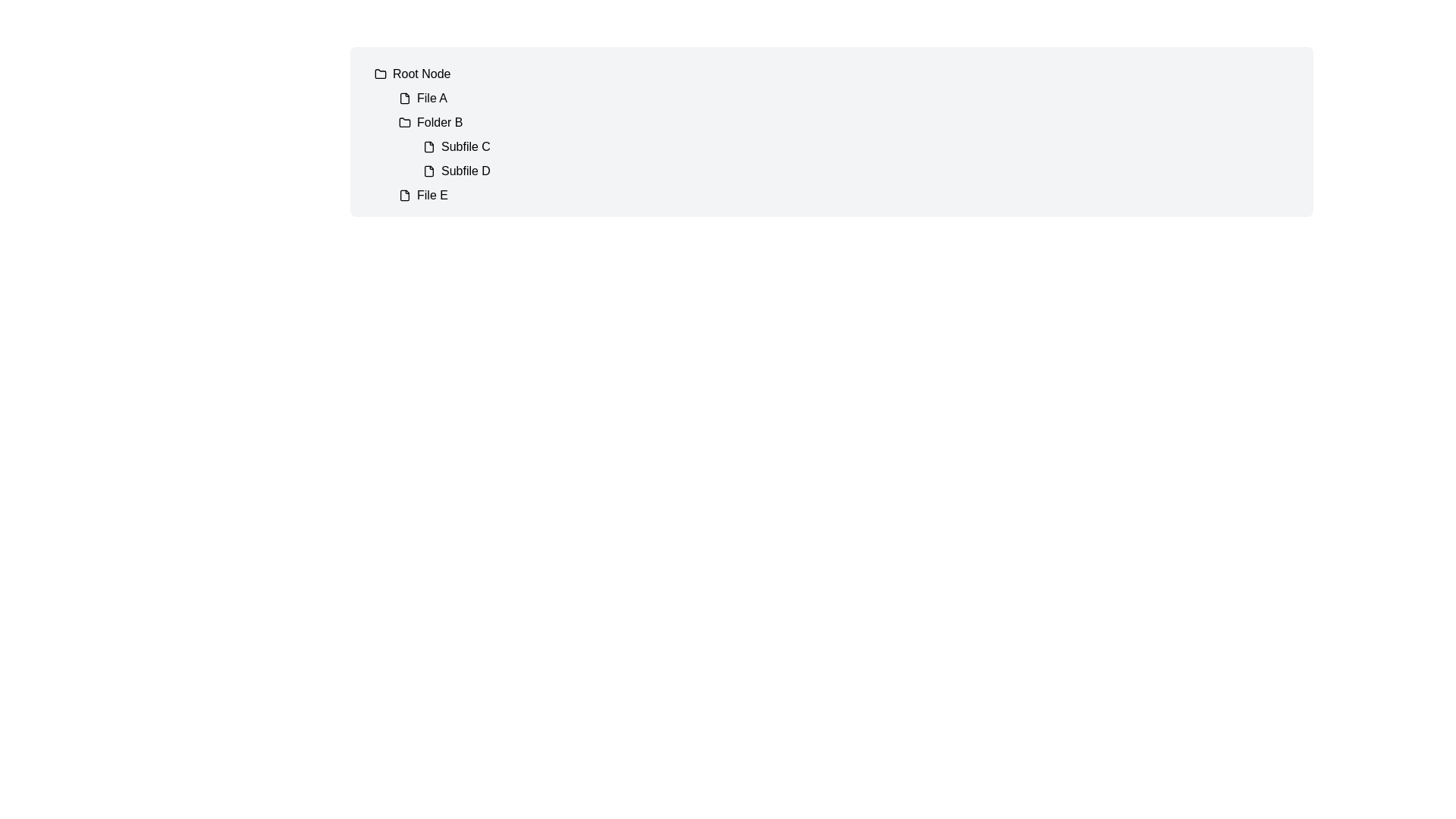 This screenshot has height=819, width=1456. I want to click on the icon representing 'Subfile C' located under 'Folder B' in the tree structure, so click(428, 146).